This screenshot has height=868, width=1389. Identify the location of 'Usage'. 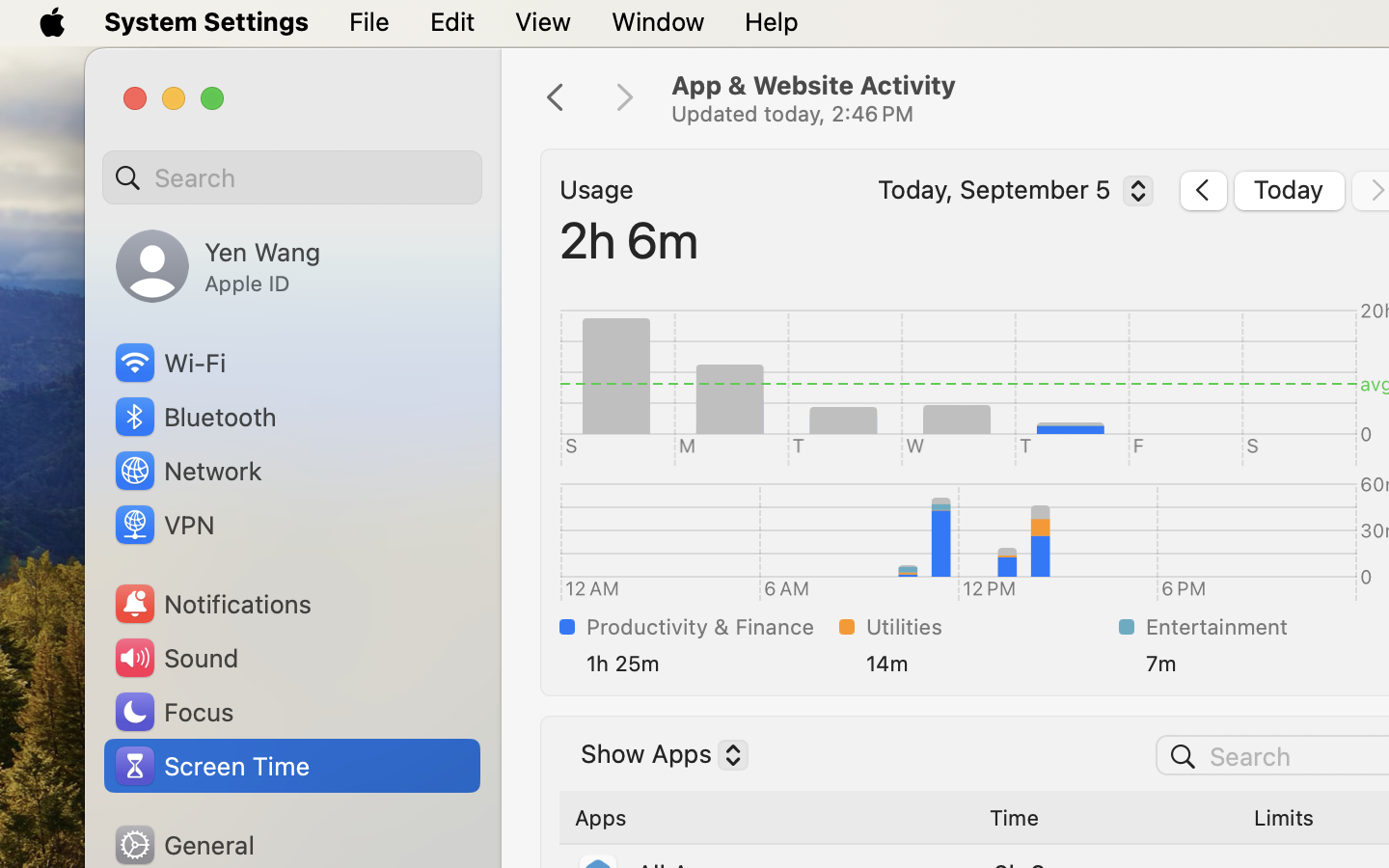
(596, 190).